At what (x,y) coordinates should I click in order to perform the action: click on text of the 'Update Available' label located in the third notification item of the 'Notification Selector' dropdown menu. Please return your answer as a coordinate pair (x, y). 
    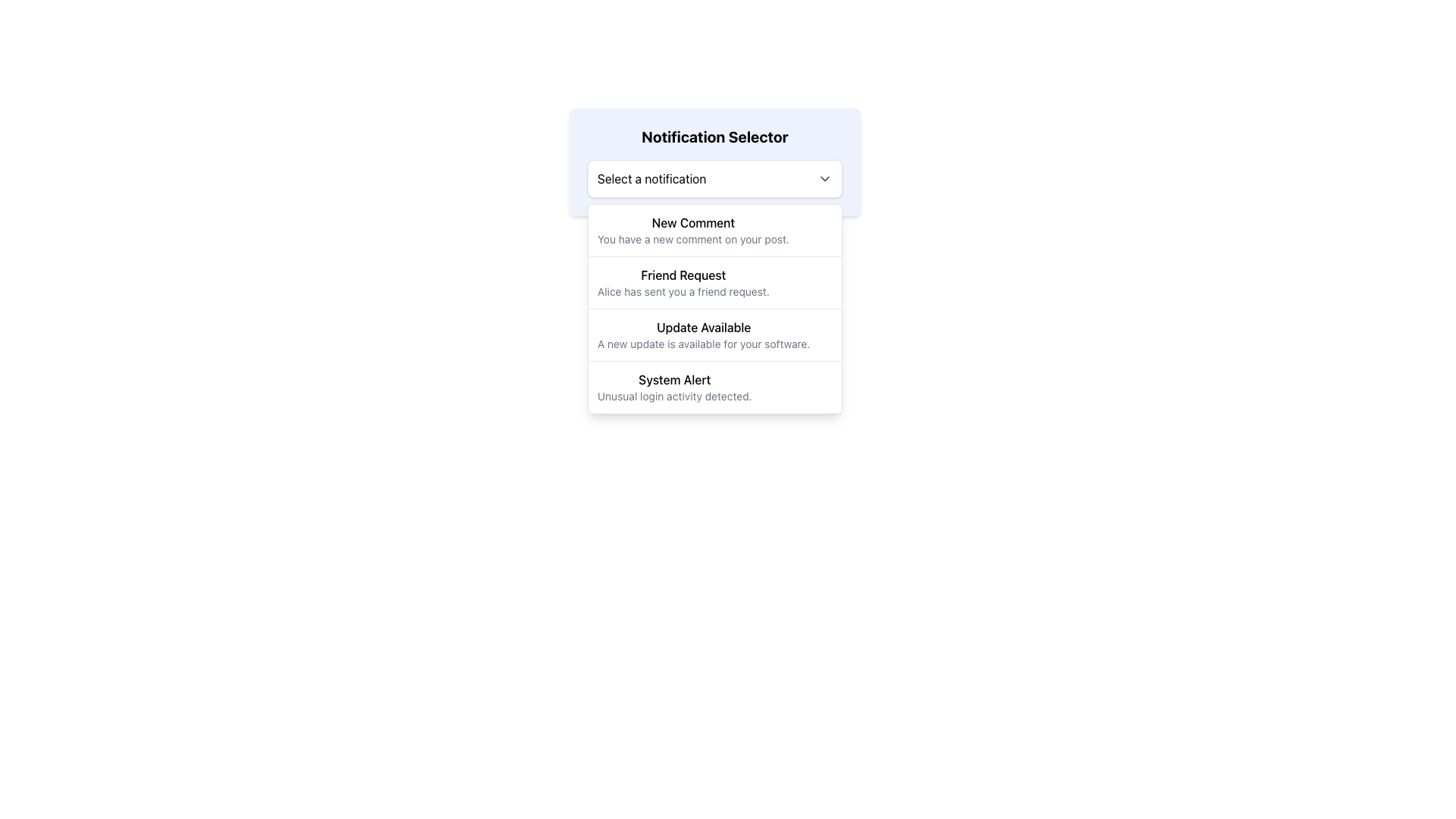
    Looking at the image, I should click on (703, 327).